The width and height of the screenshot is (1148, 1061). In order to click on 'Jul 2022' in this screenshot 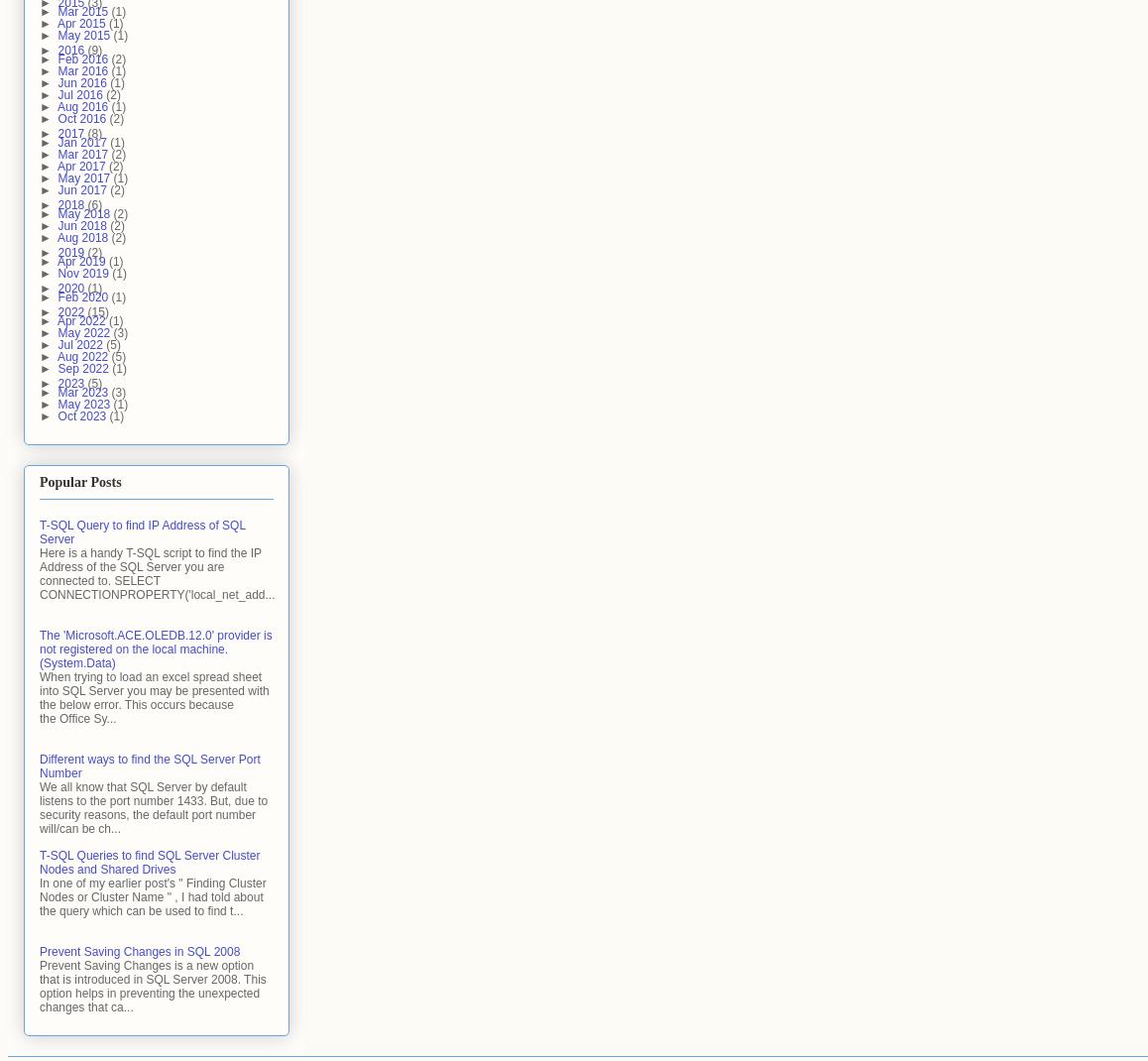, I will do `click(81, 344)`.